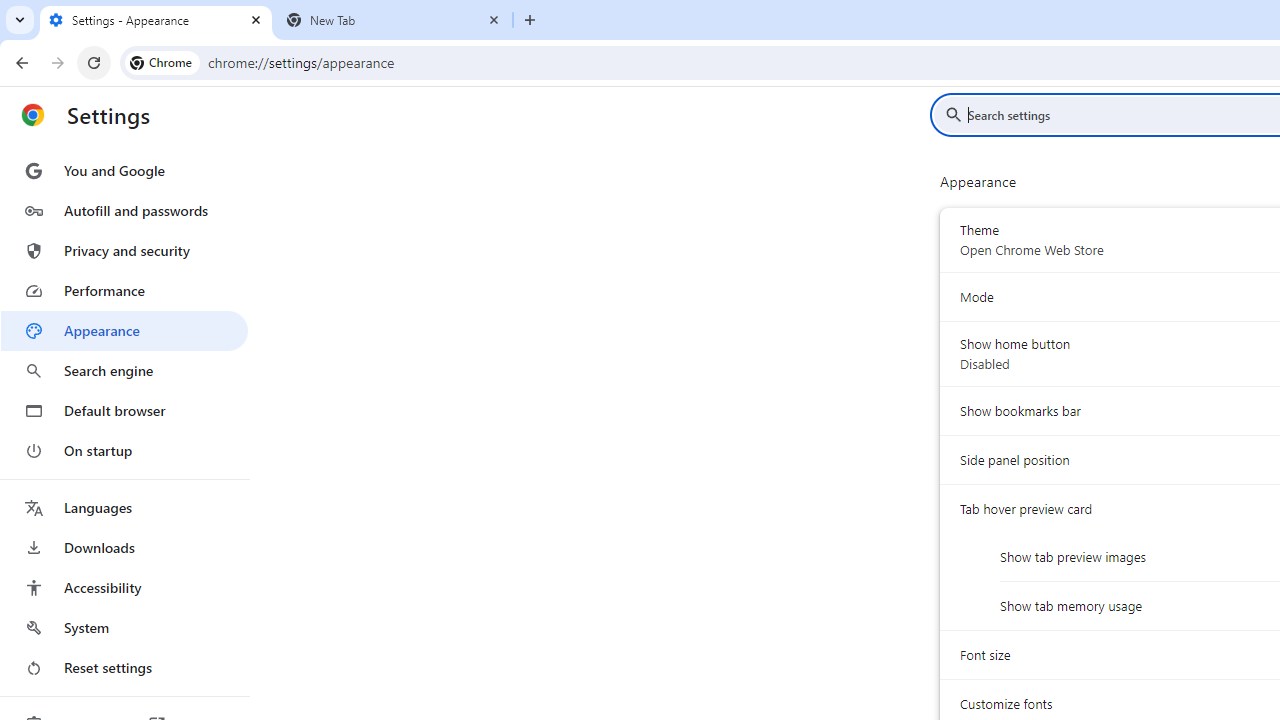 This screenshot has width=1280, height=720. What do you see at coordinates (123, 290) in the screenshot?
I see `'Performance'` at bounding box center [123, 290].